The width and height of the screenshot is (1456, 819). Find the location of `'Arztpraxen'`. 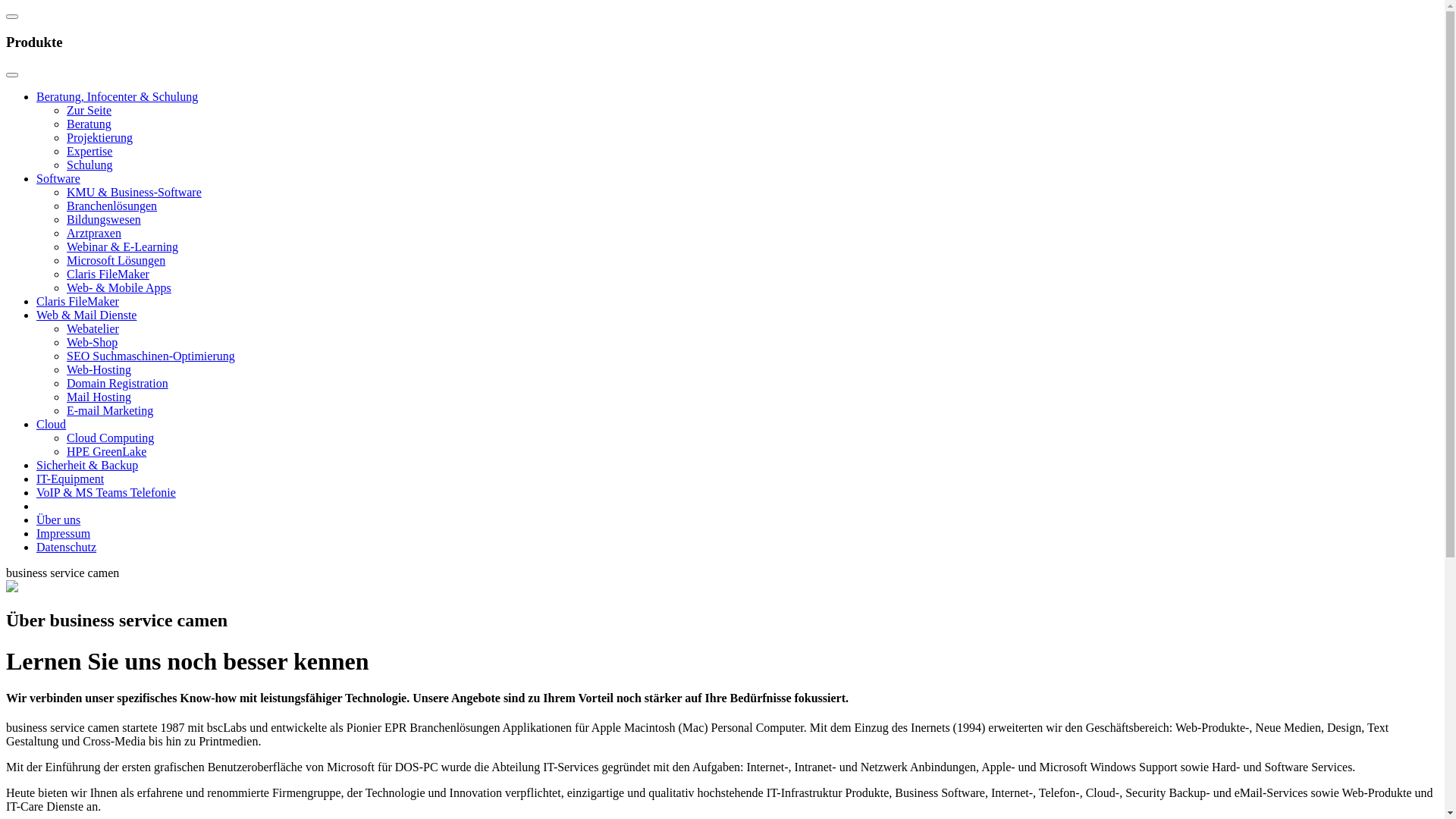

'Arztpraxen' is located at coordinates (93, 233).